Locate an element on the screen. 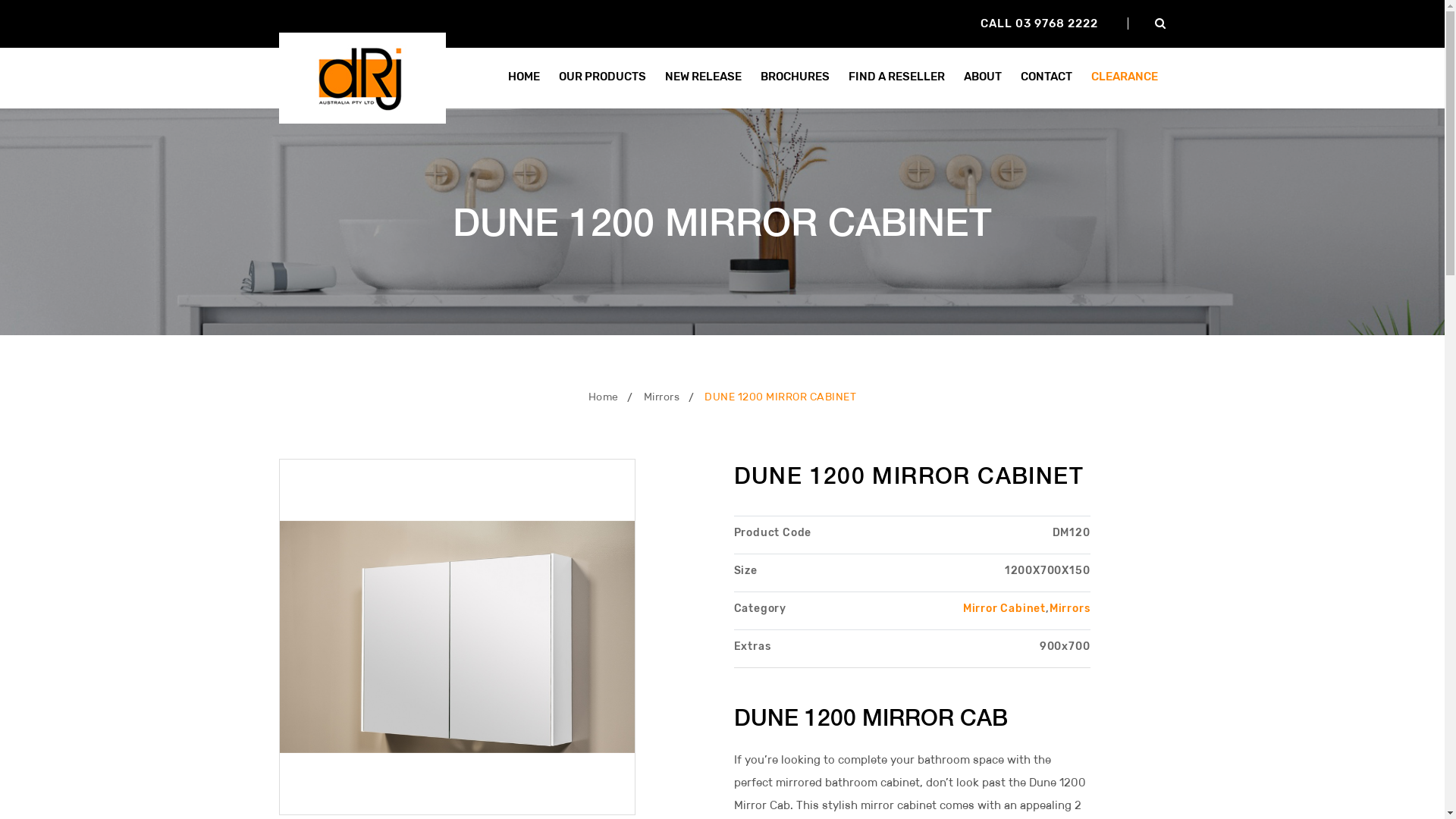 The height and width of the screenshot is (819, 1456). 'Mirrors' is located at coordinates (662, 396).